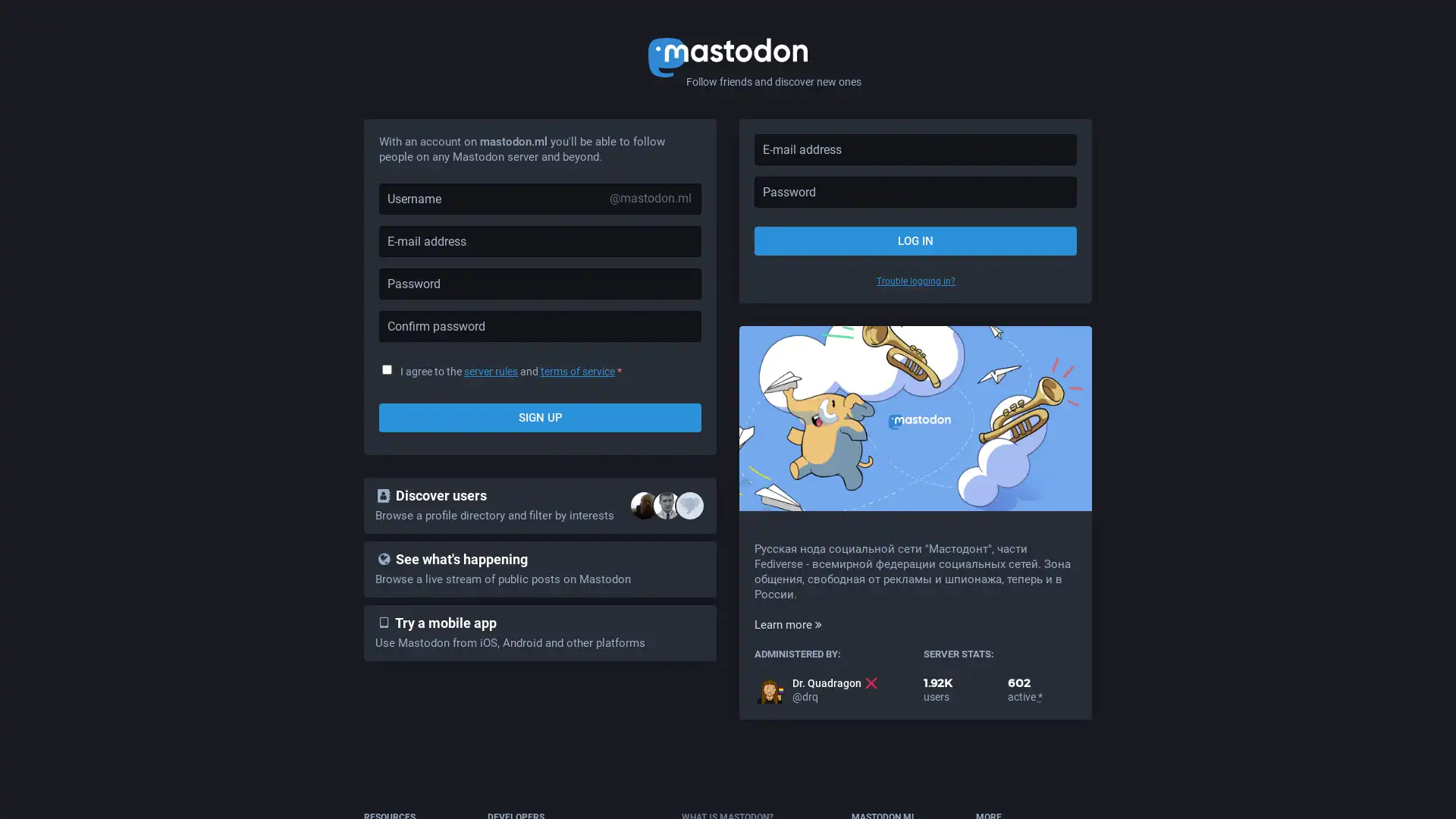  Describe the element at coordinates (915, 240) in the screenshot. I see `LOG IN` at that location.